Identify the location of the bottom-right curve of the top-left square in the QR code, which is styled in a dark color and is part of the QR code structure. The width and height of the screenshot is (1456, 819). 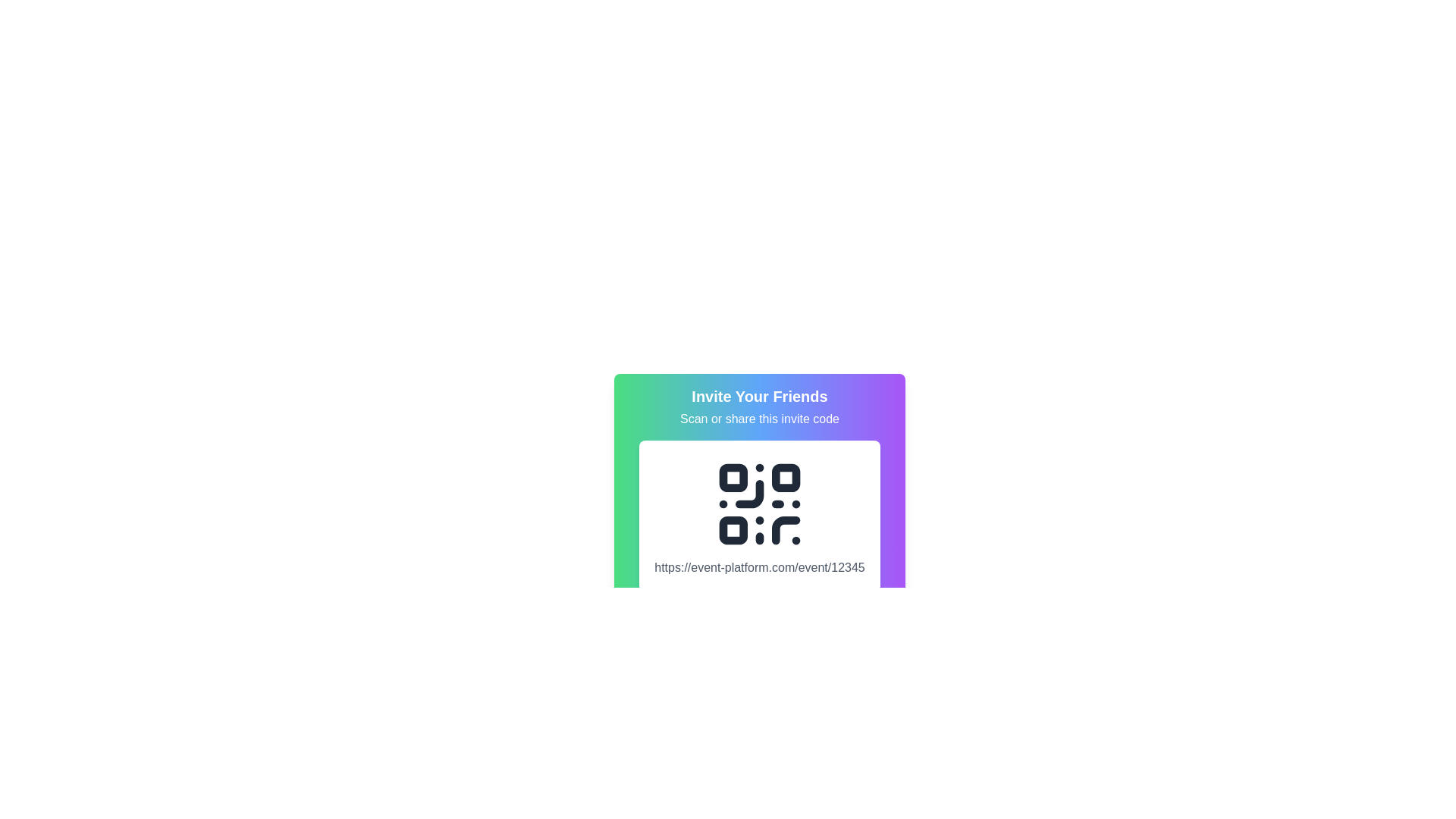
(749, 494).